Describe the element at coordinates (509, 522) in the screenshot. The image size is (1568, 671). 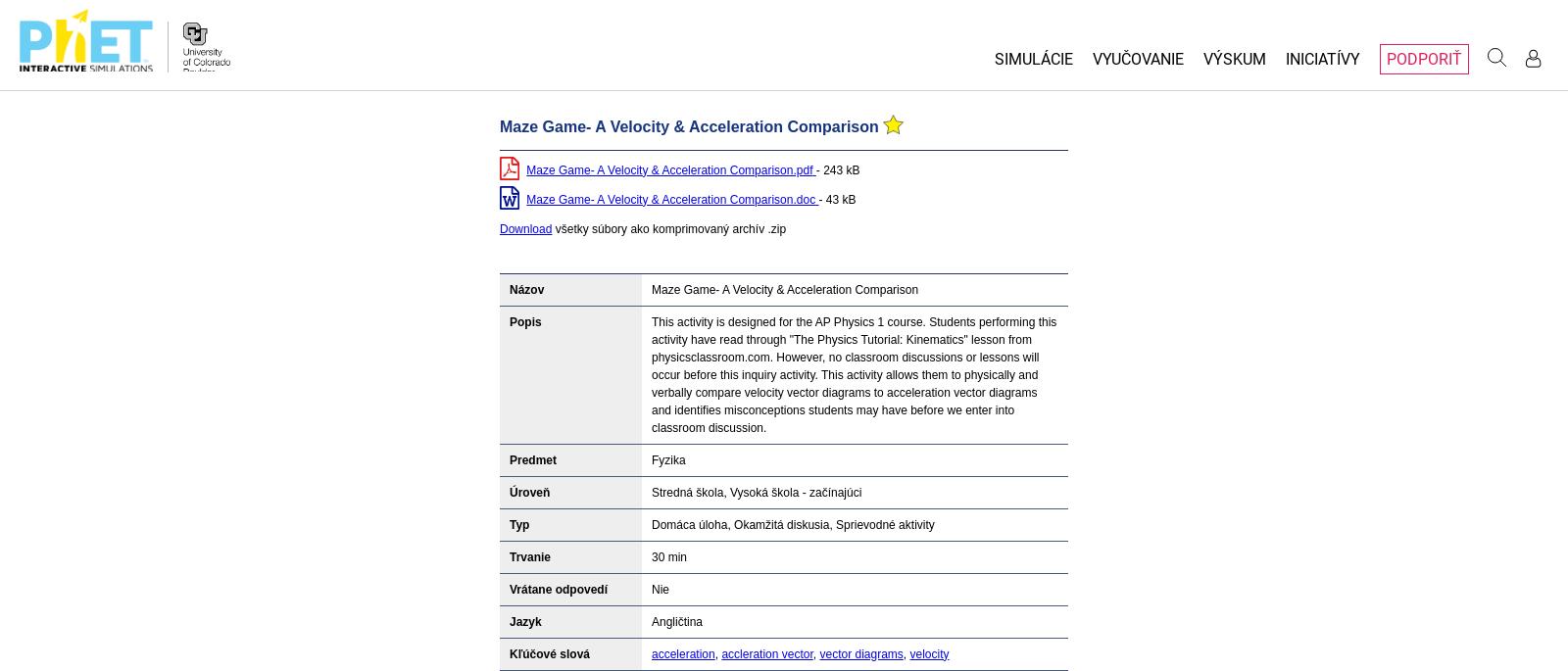
I see `'Typ'` at that location.